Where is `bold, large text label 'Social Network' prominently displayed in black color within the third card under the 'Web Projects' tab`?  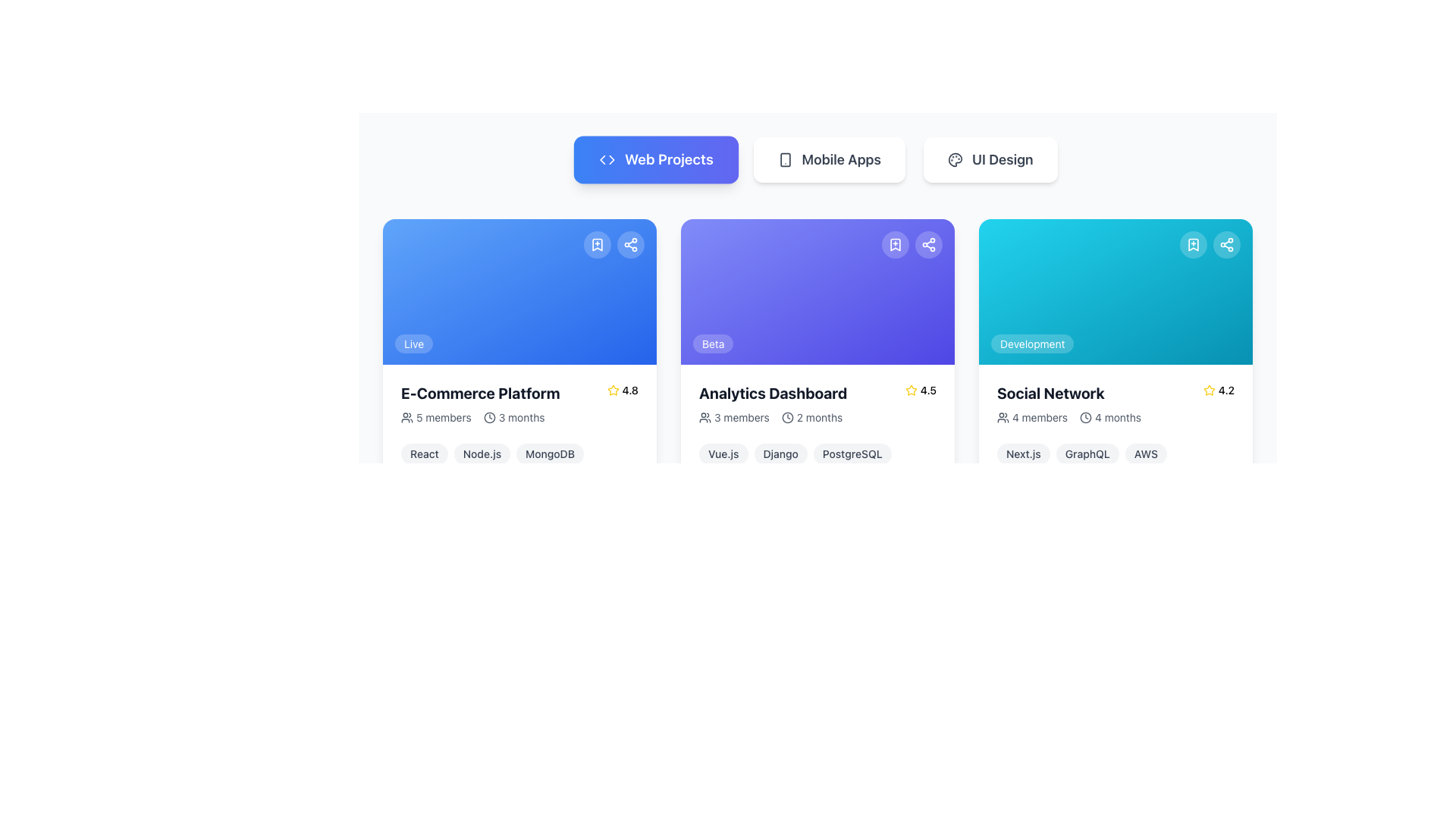
bold, large text label 'Social Network' prominently displayed in black color within the third card under the 'Web Projects' tab is located at coordinates (1050, 393).